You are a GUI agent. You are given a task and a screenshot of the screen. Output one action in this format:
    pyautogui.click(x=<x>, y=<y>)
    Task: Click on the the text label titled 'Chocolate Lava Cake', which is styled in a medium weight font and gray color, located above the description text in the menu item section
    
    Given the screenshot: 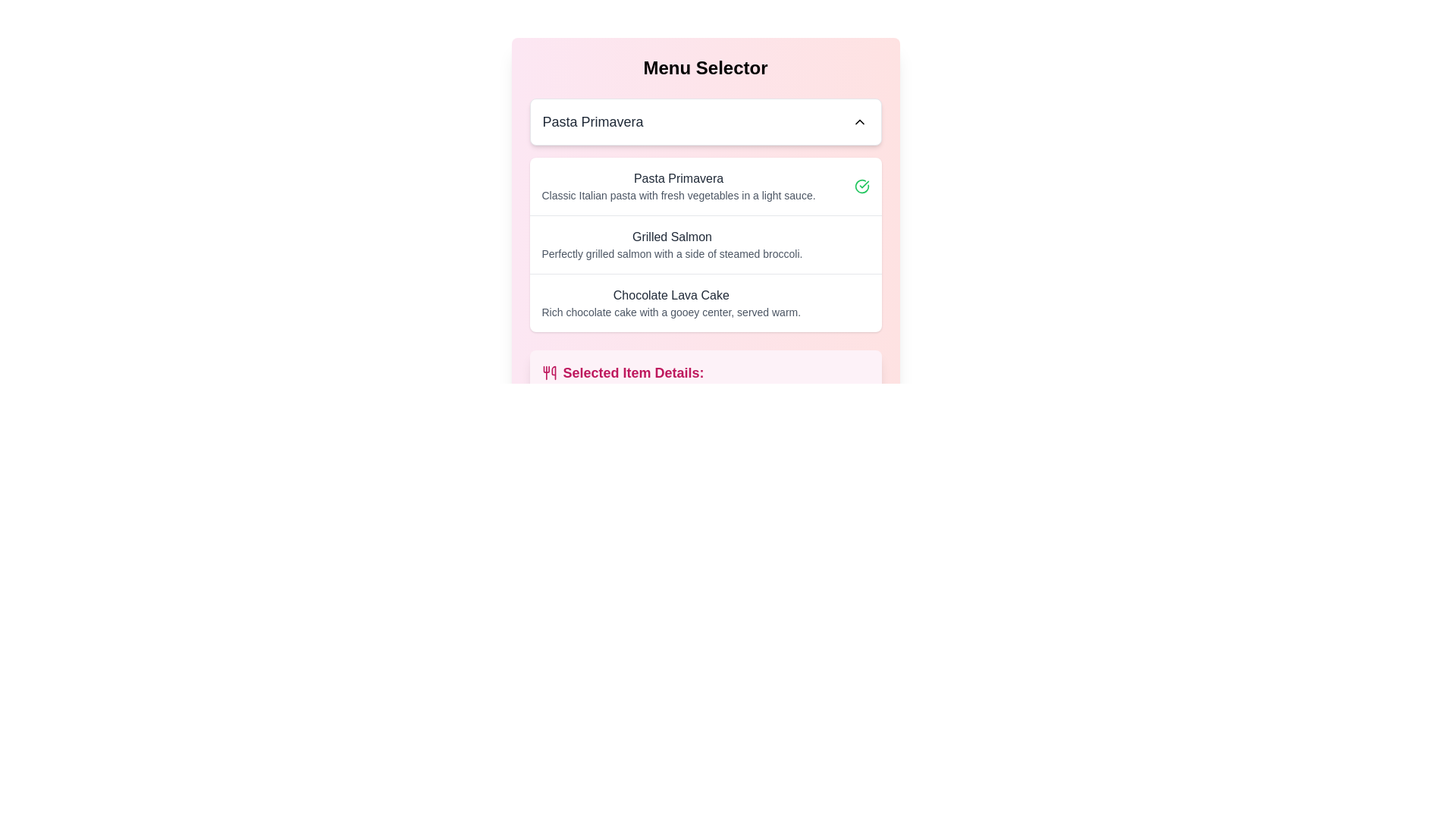 What is the action you would take?
    pyautogui.click(x=670, y=295)
    